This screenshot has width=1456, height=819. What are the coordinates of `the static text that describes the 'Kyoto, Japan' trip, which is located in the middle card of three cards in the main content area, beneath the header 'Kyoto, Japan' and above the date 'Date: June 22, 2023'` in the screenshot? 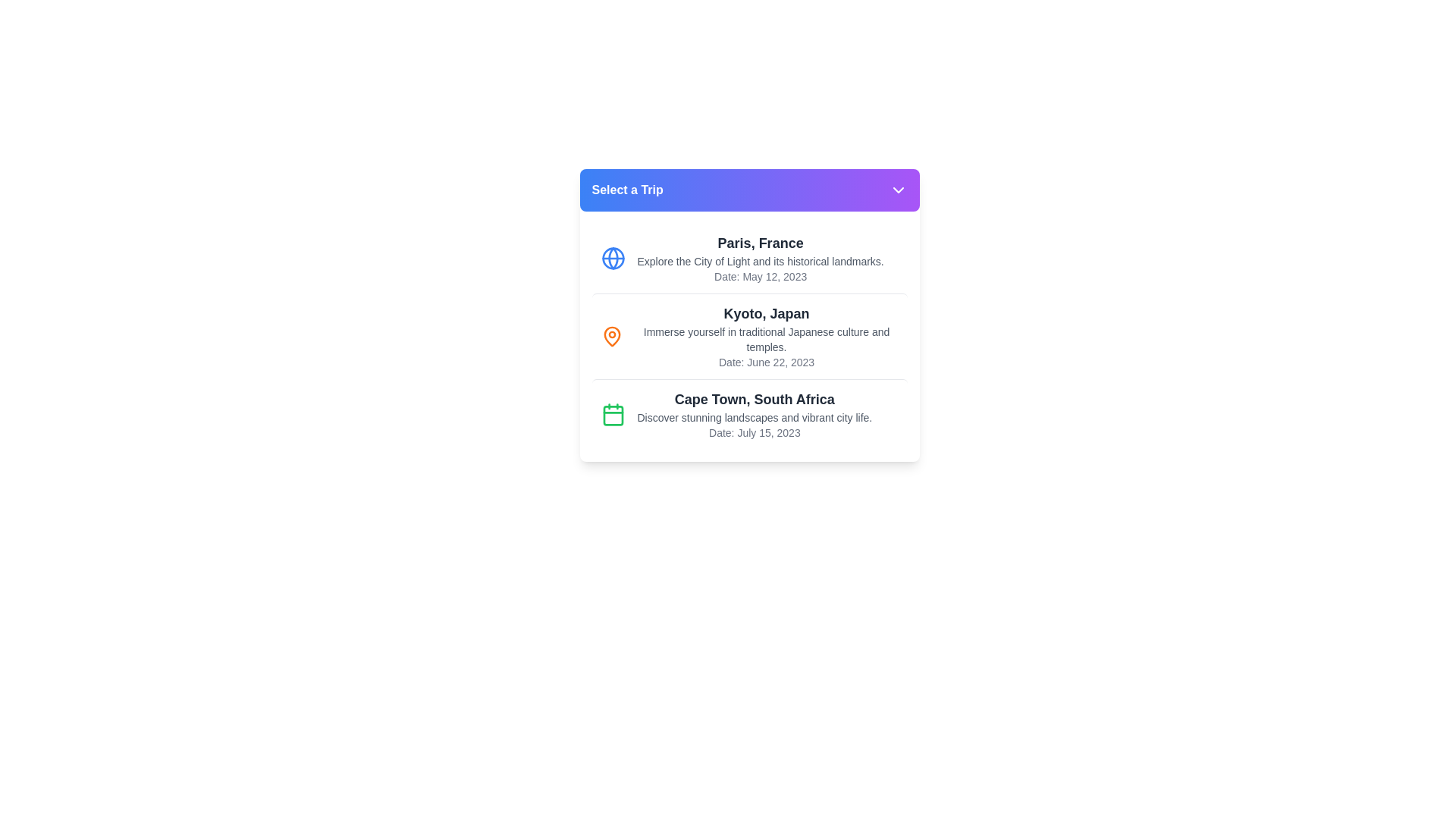 It's located at (767, 338).